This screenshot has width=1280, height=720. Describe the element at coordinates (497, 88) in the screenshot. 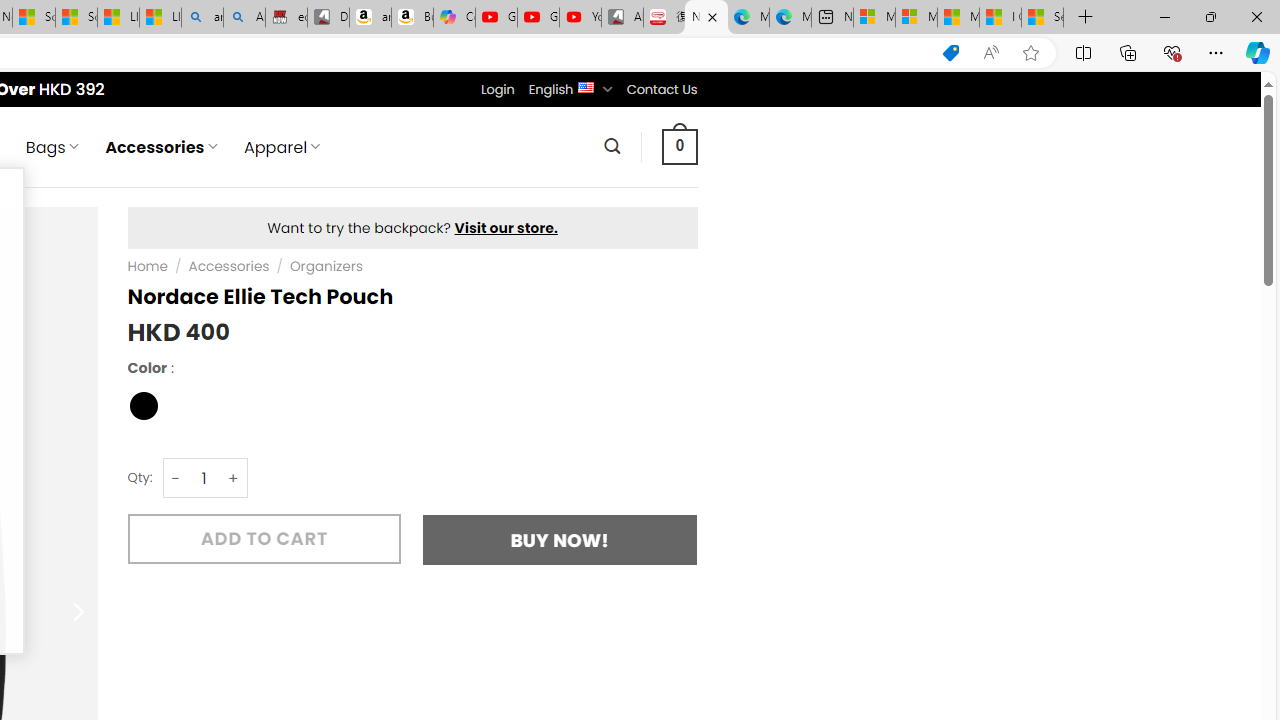

I see `'Login'` at that location.